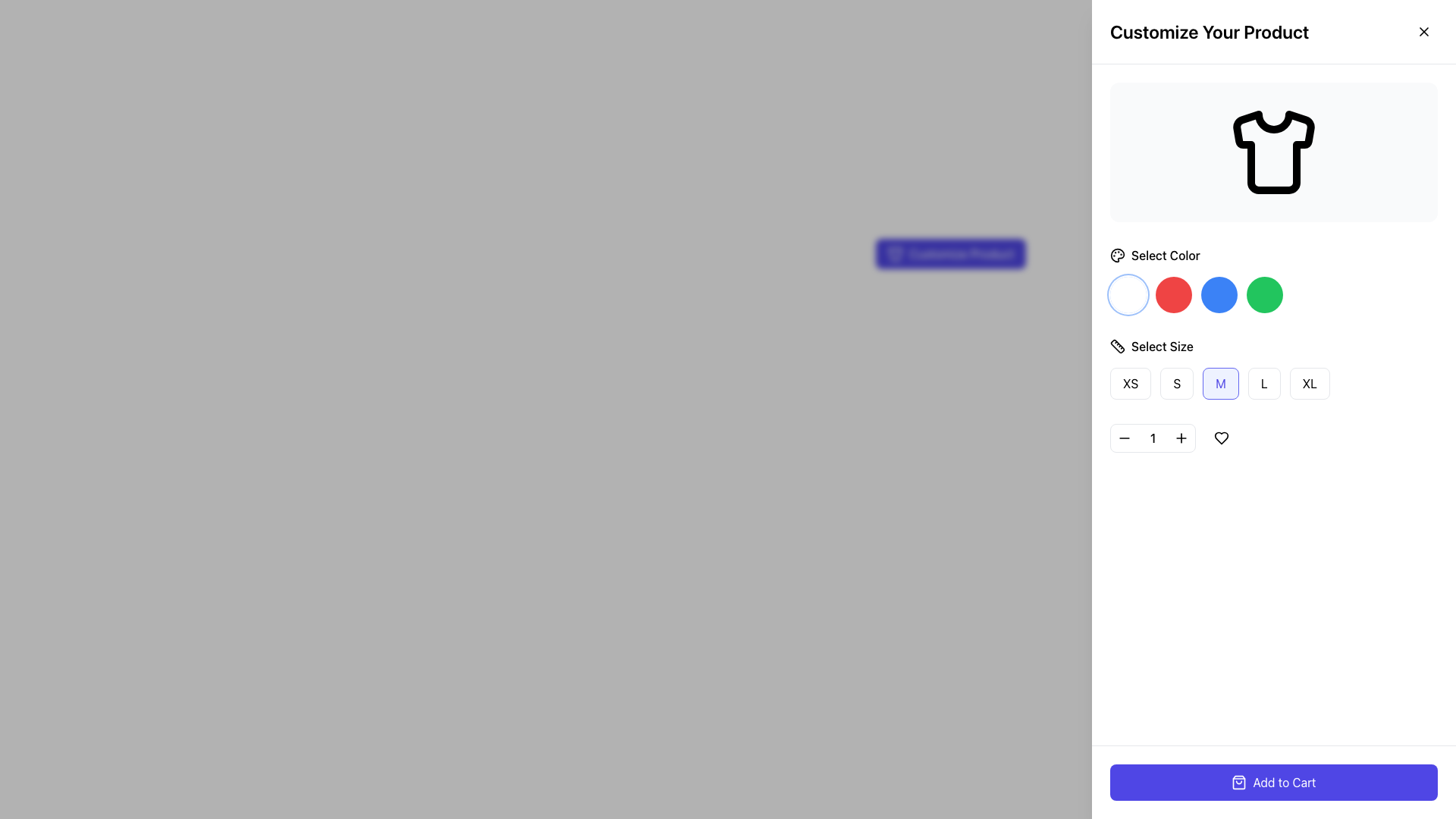  Describe the element at coordinates (1165, 254) in the screenshot. I see `the Text label that guides users to pick a color option, located in the right side panel under the T-shirt icon and next to the paint palette icon` at that location.